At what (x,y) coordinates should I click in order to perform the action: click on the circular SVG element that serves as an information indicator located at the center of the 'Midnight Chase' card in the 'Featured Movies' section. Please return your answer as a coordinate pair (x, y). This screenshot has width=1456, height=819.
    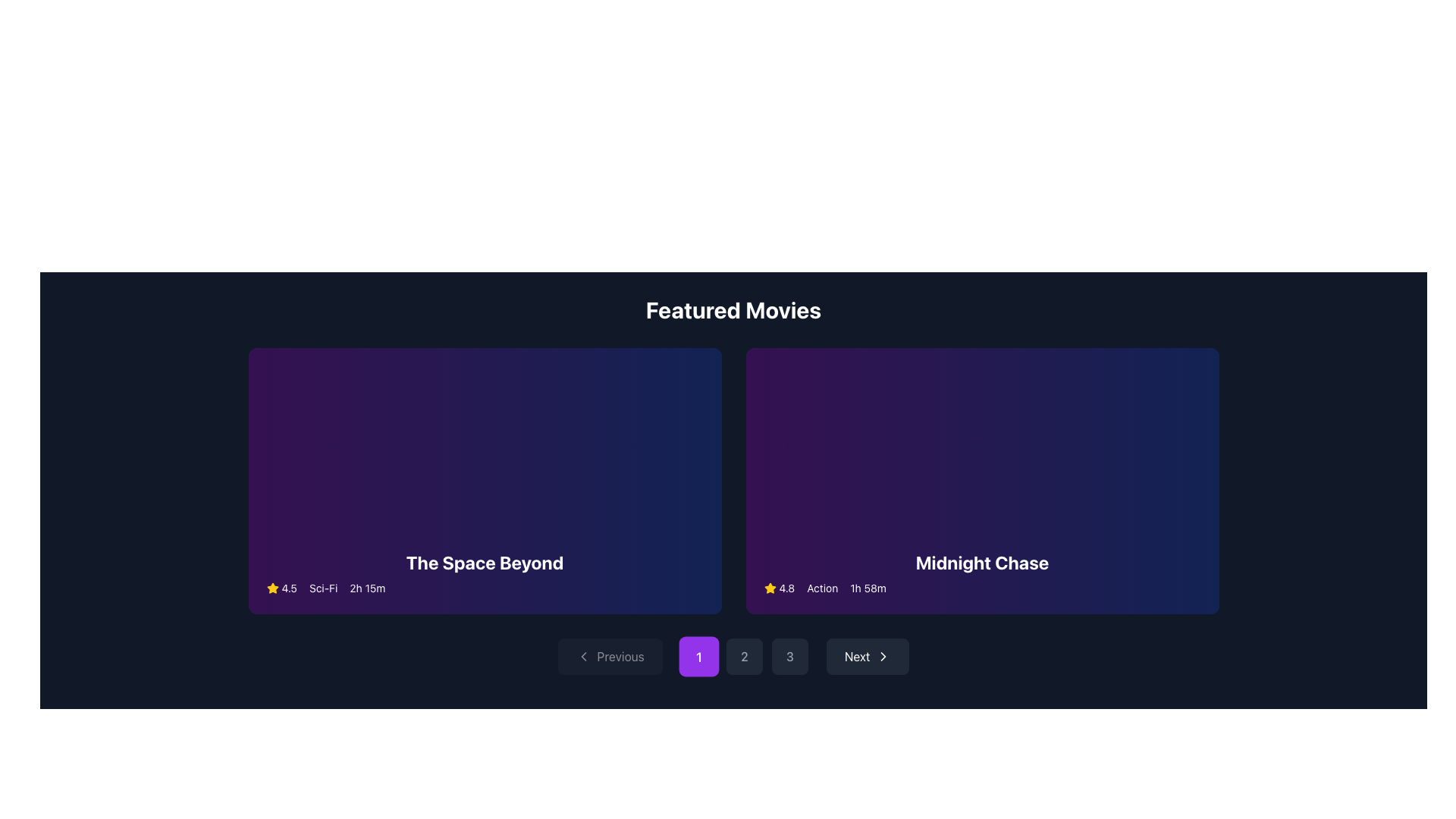
    Looking at the image, I should click on (982, 481).